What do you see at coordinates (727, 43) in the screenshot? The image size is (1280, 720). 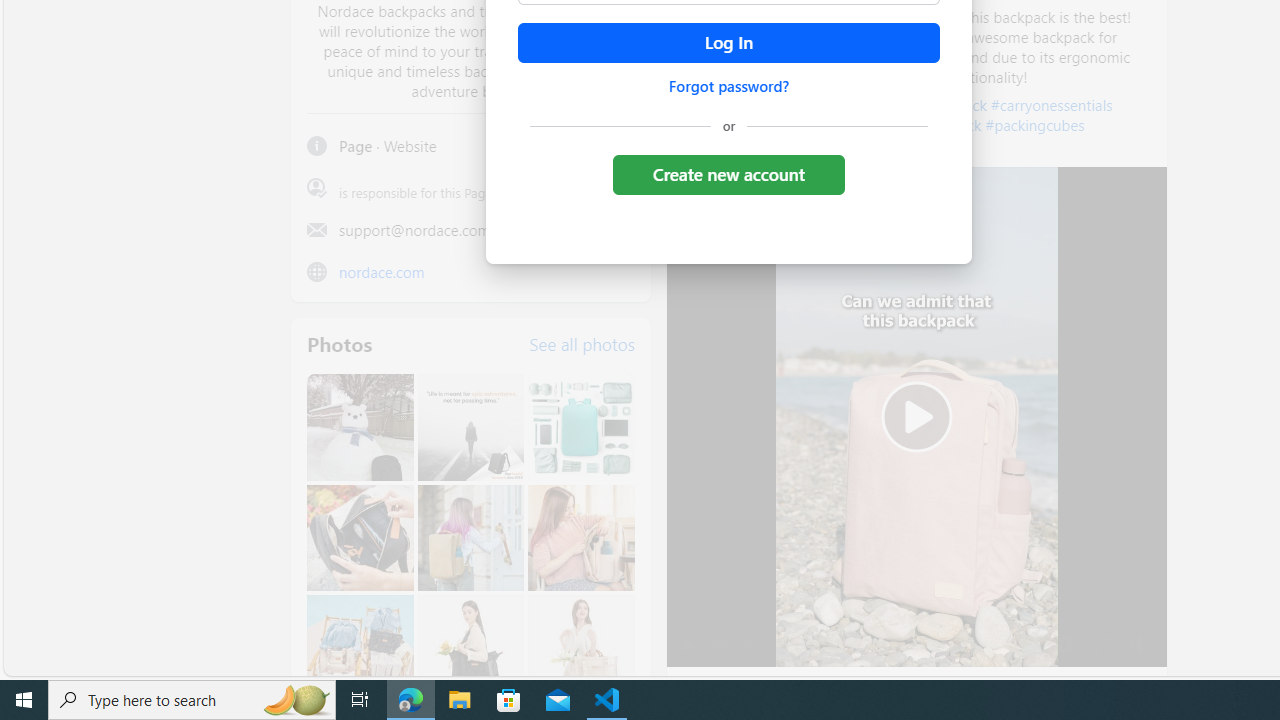 I see `'Accessible login button'` at bounding box center [727, 43].